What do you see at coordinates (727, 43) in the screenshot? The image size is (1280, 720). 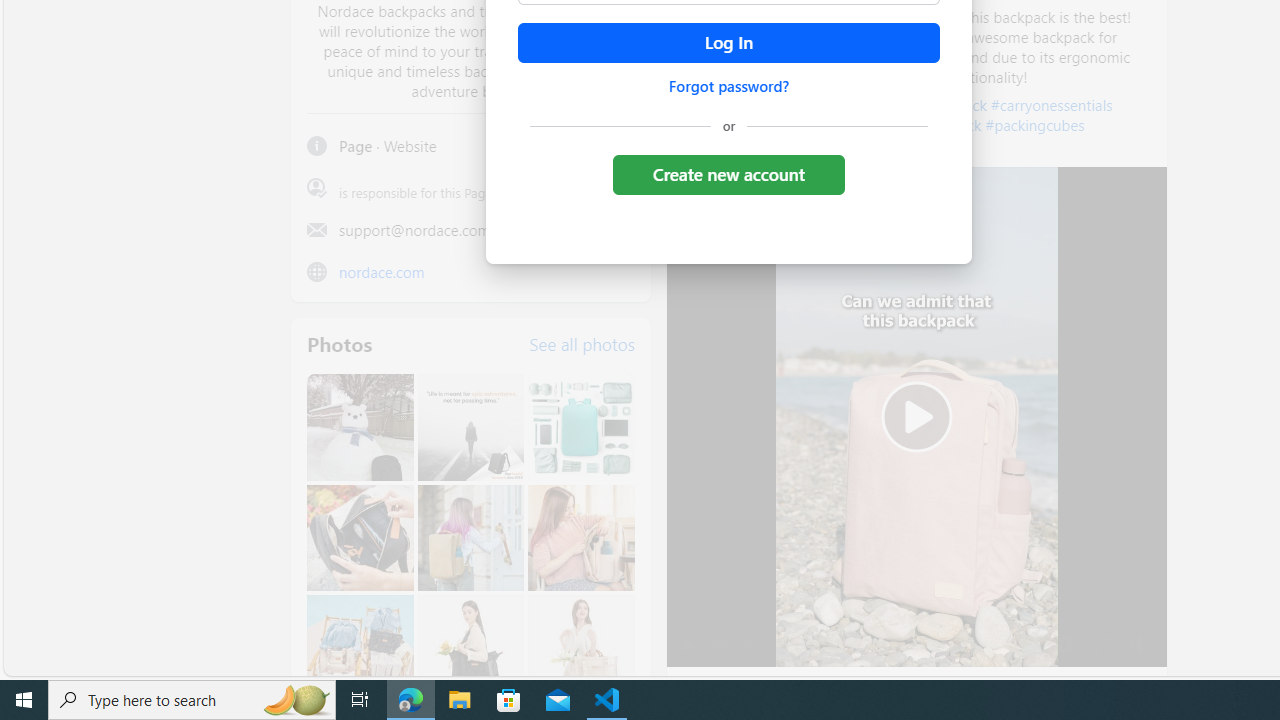 I see `'Accessible login button'` at bounding box center [727, 43].